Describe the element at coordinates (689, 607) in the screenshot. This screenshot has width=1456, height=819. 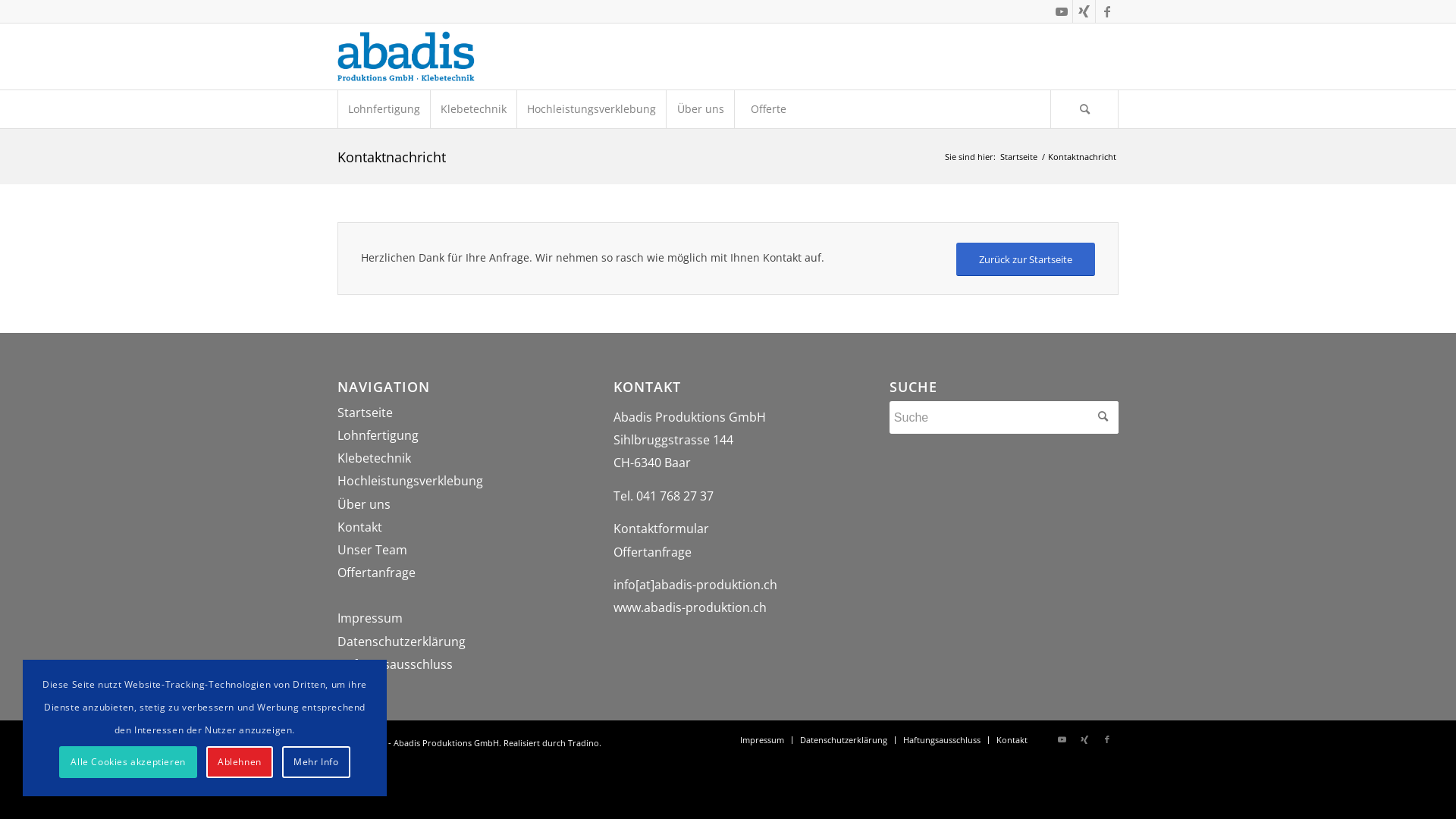
I see `'www.abadis-produktion.ch'` at that location.